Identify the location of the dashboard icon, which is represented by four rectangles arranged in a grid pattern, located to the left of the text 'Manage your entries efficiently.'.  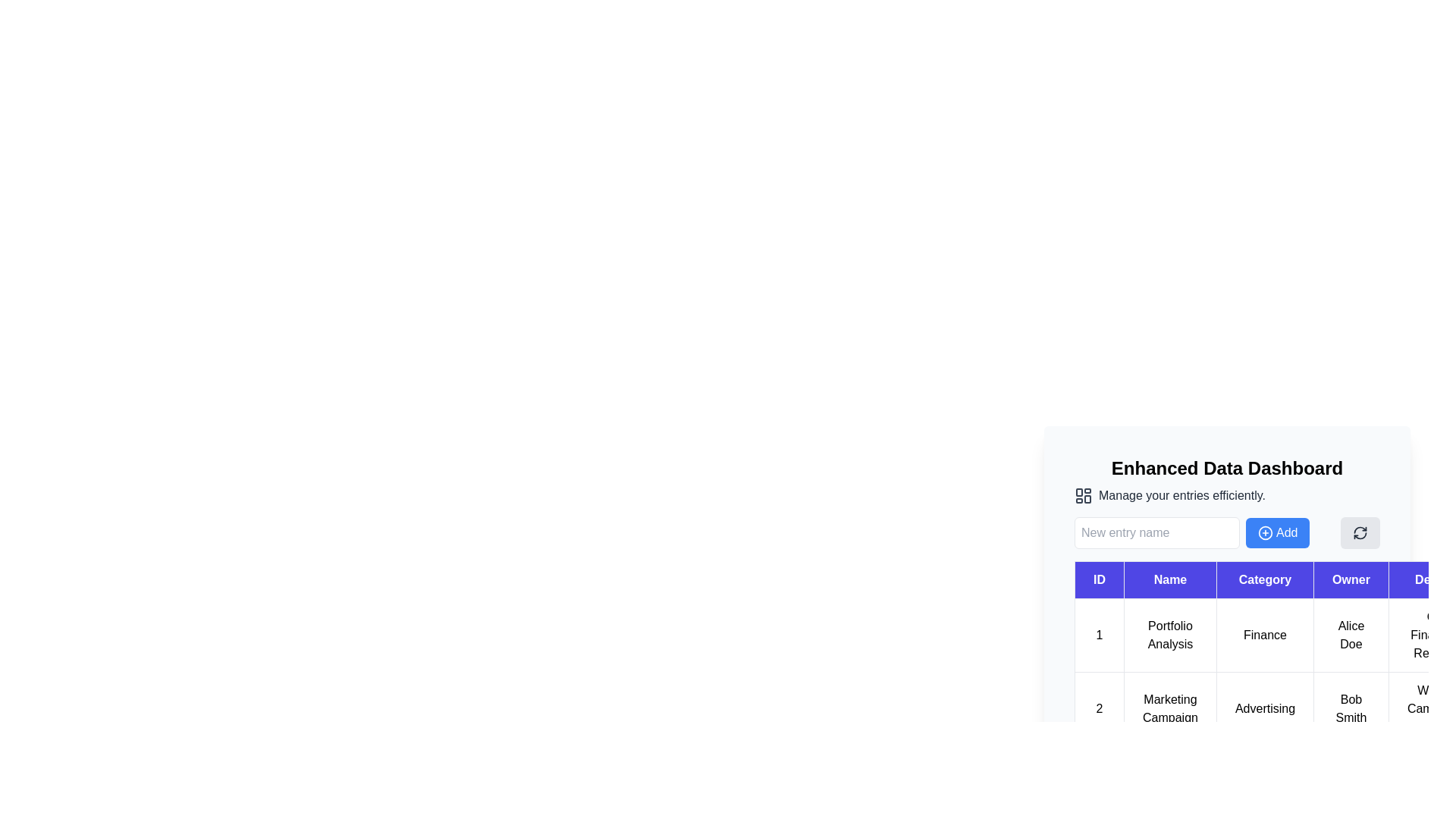
(1083, 496).